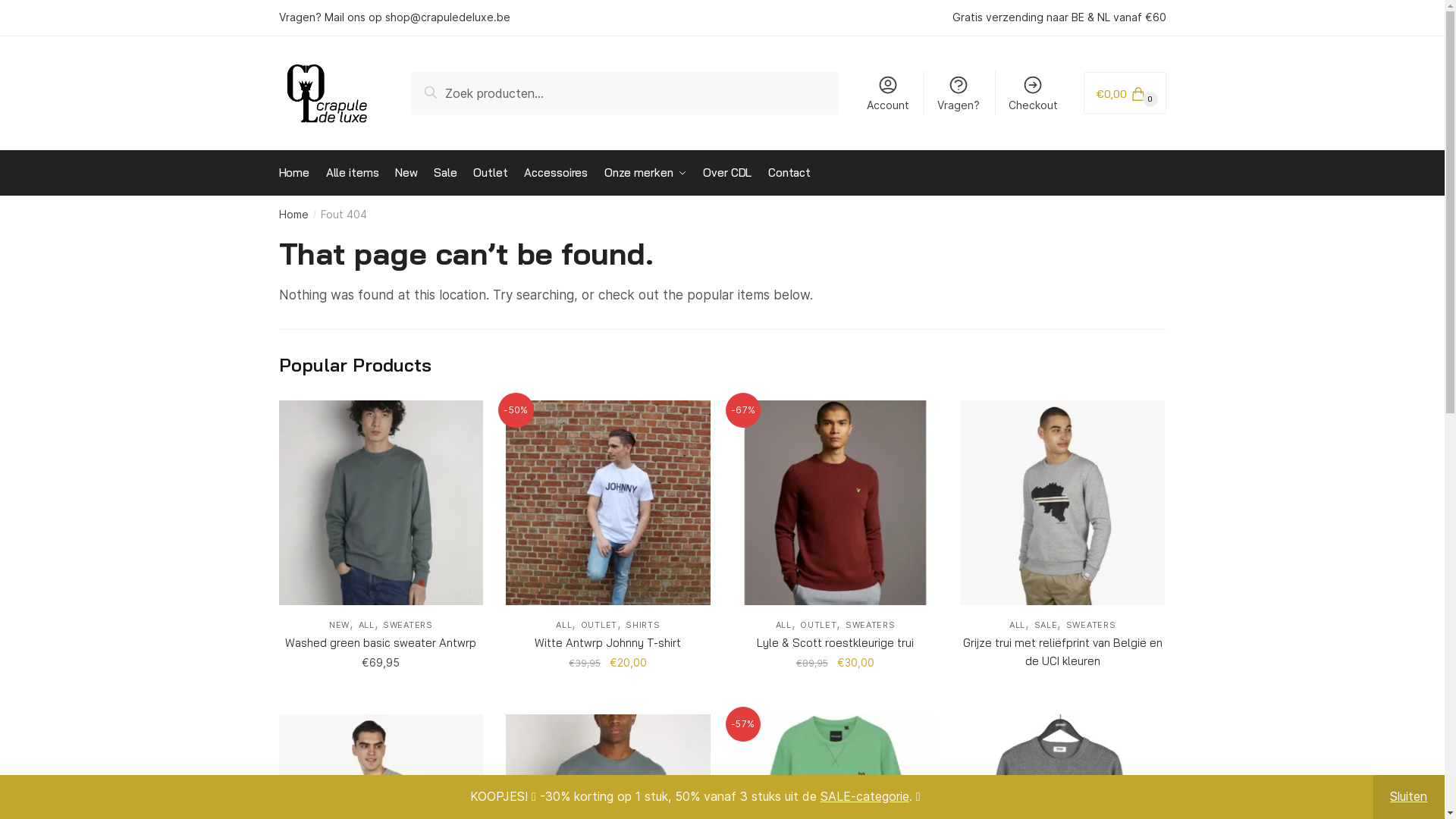 The height and width of the screenshot is (819, 1456). Describe the element at coordinates (385, 17) in the screenshot. I see `'shop@crapuledeluxe.be'` at that location.